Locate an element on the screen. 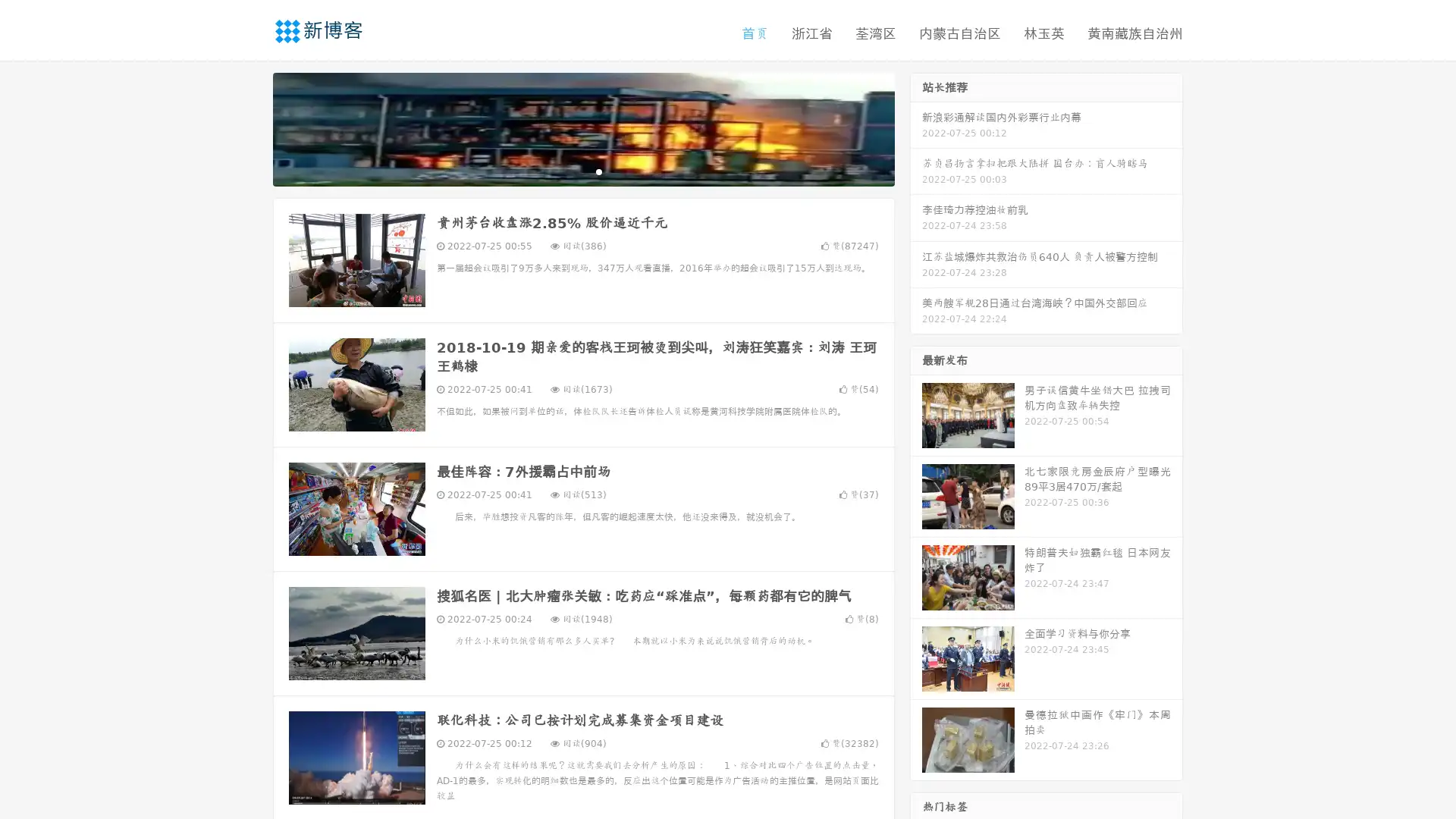 This screenshot has height=819, width=1456. Go to slide 2 is located at coordinates (582, 171).